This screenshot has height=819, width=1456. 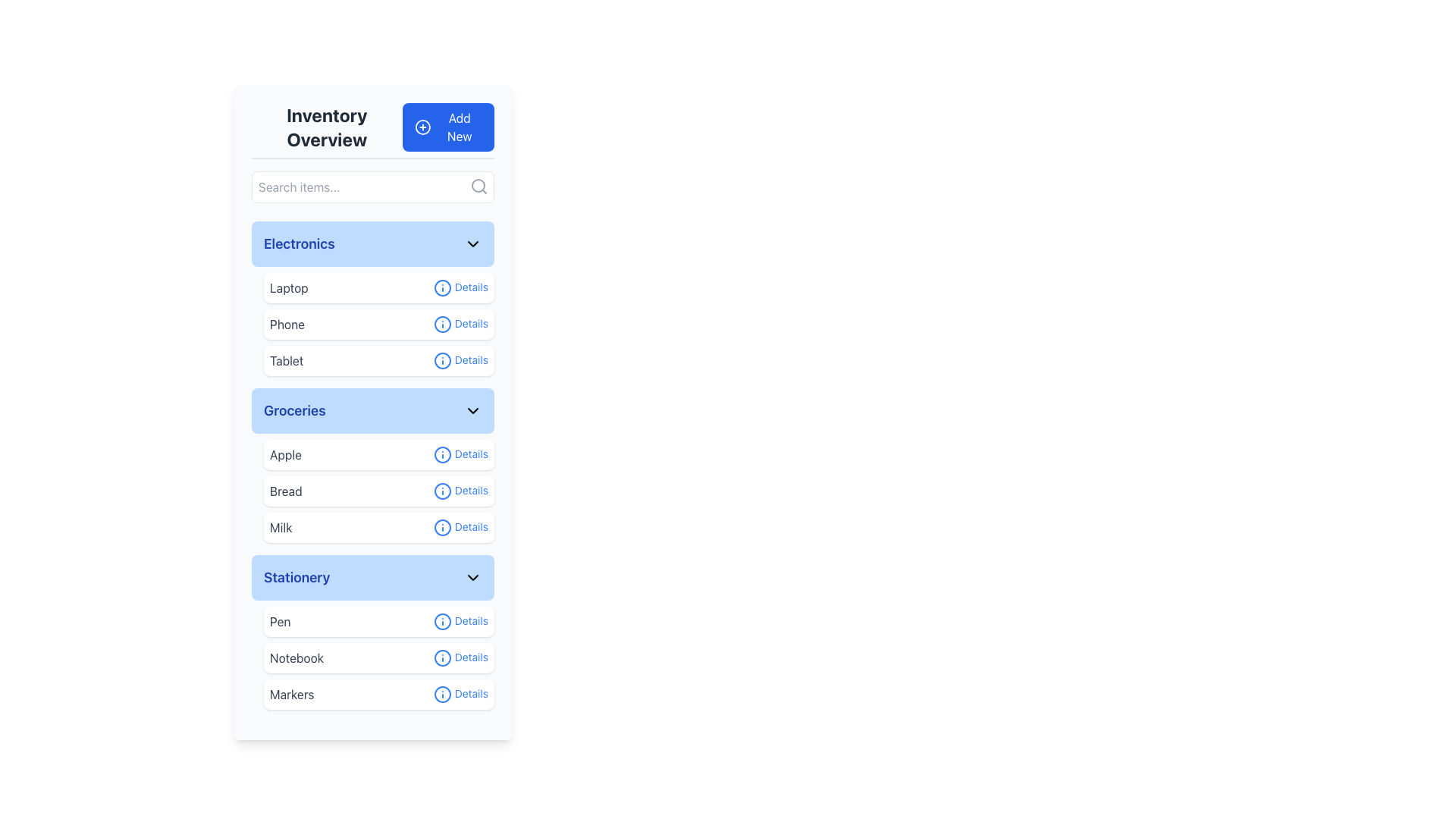 I want to click on the interactive text link for 'Apple' located in the 'Groceries' section, so click(x=460, y=454).